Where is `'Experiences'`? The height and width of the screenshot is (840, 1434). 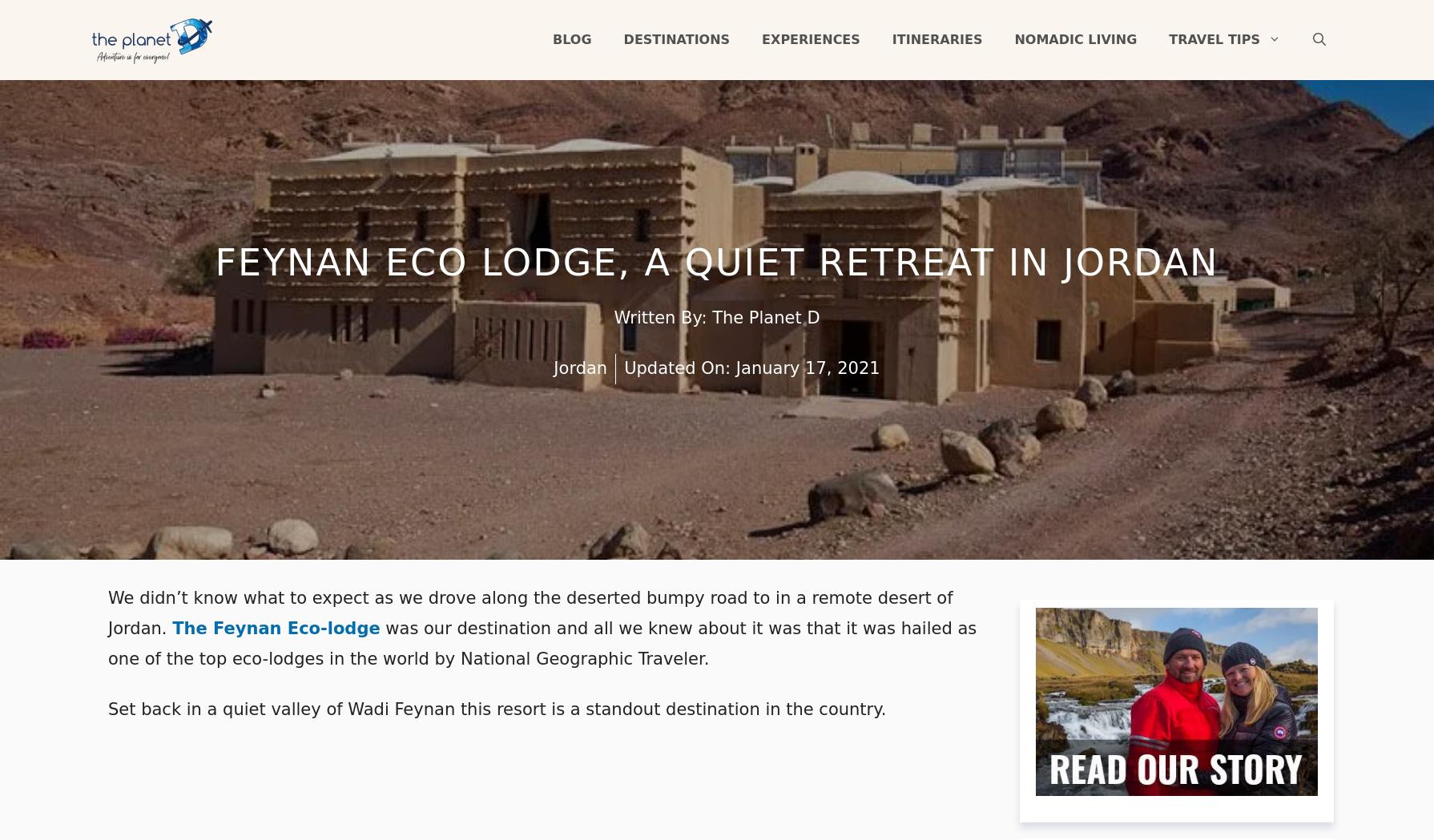 'Experiences' is located at coordinates (762, 39).